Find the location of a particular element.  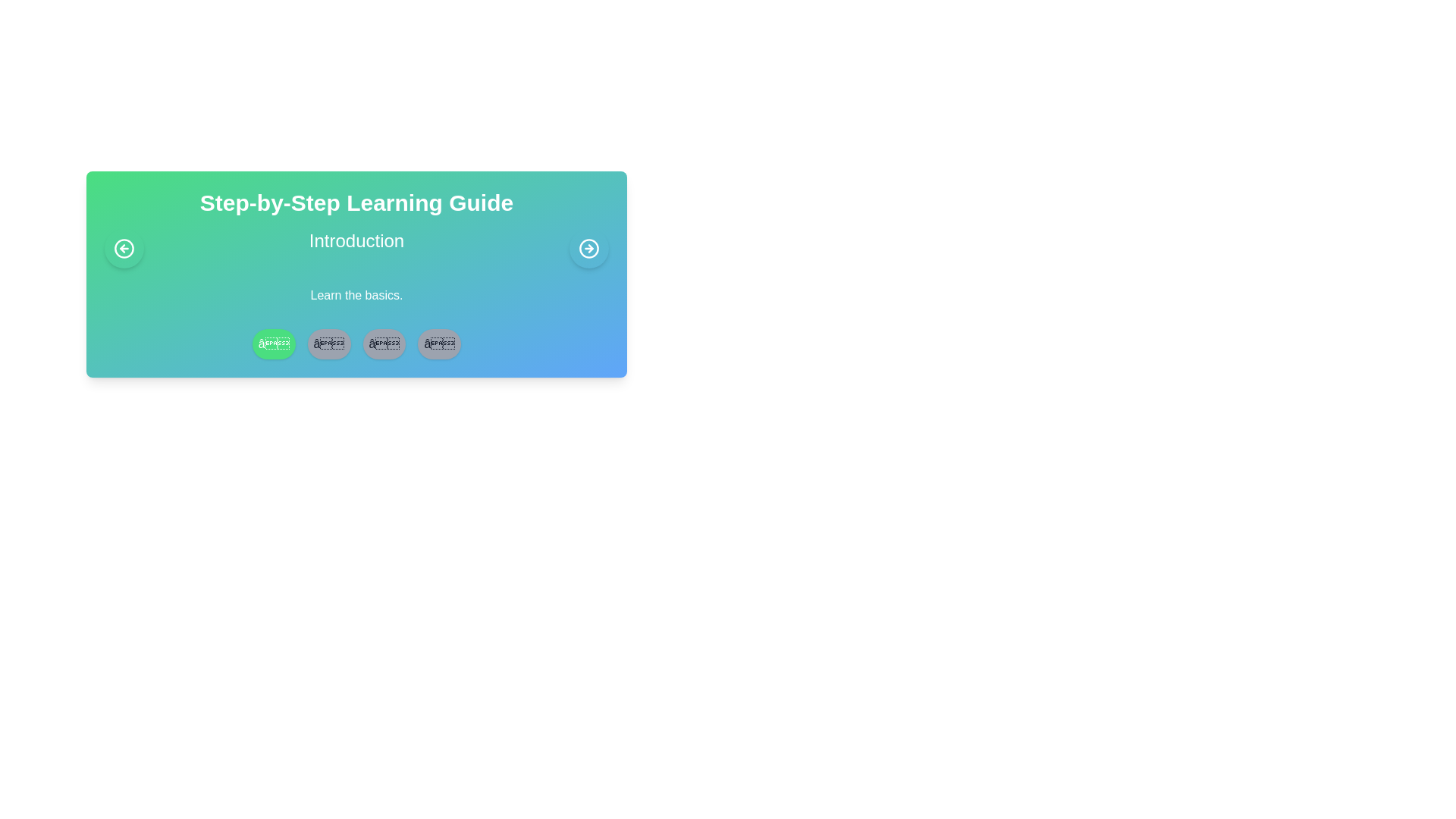

the informational Text label located at the center of the card-like structure, positioned below the header 'Introduction' and above a row of circular icons is located at coordinates (356, 295).